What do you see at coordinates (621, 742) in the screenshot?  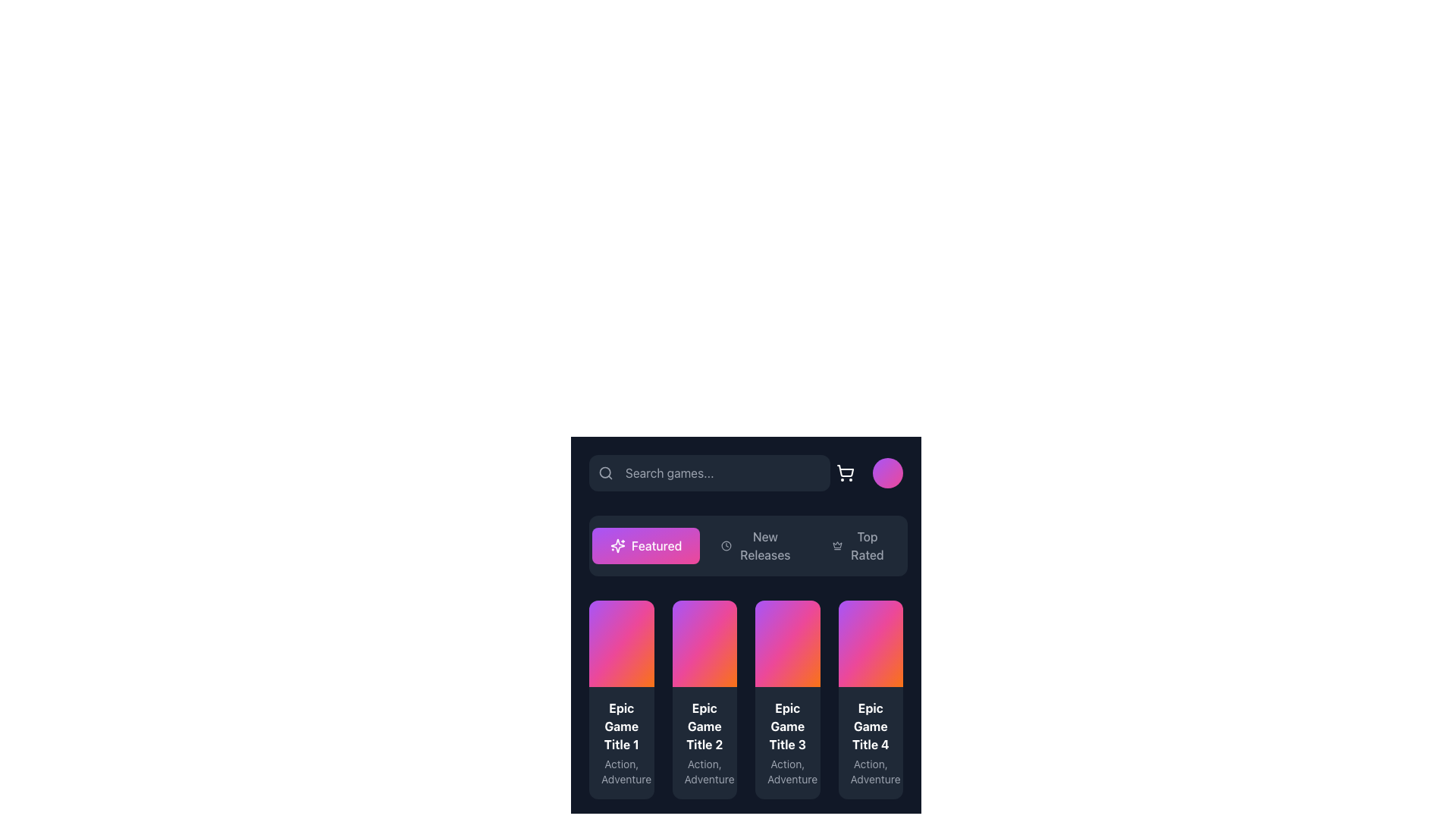 I see `the Informative text block containing the title 'Epic Game Title 1' and the description 'Action, Adventure'` at bounding box center [621, 742].